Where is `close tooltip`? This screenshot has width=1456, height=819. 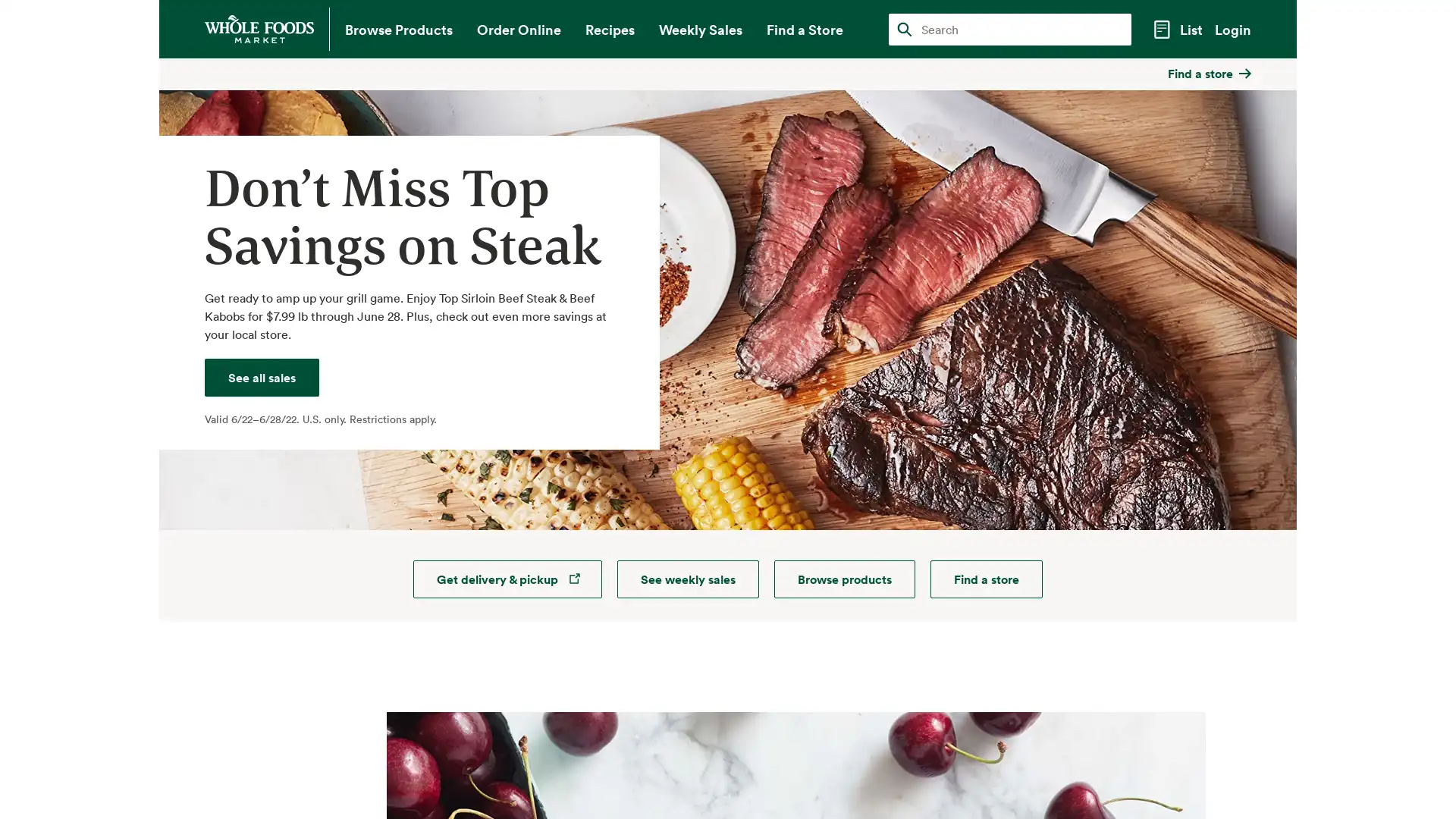
close tooltip is located at coordinates (1288, 70).